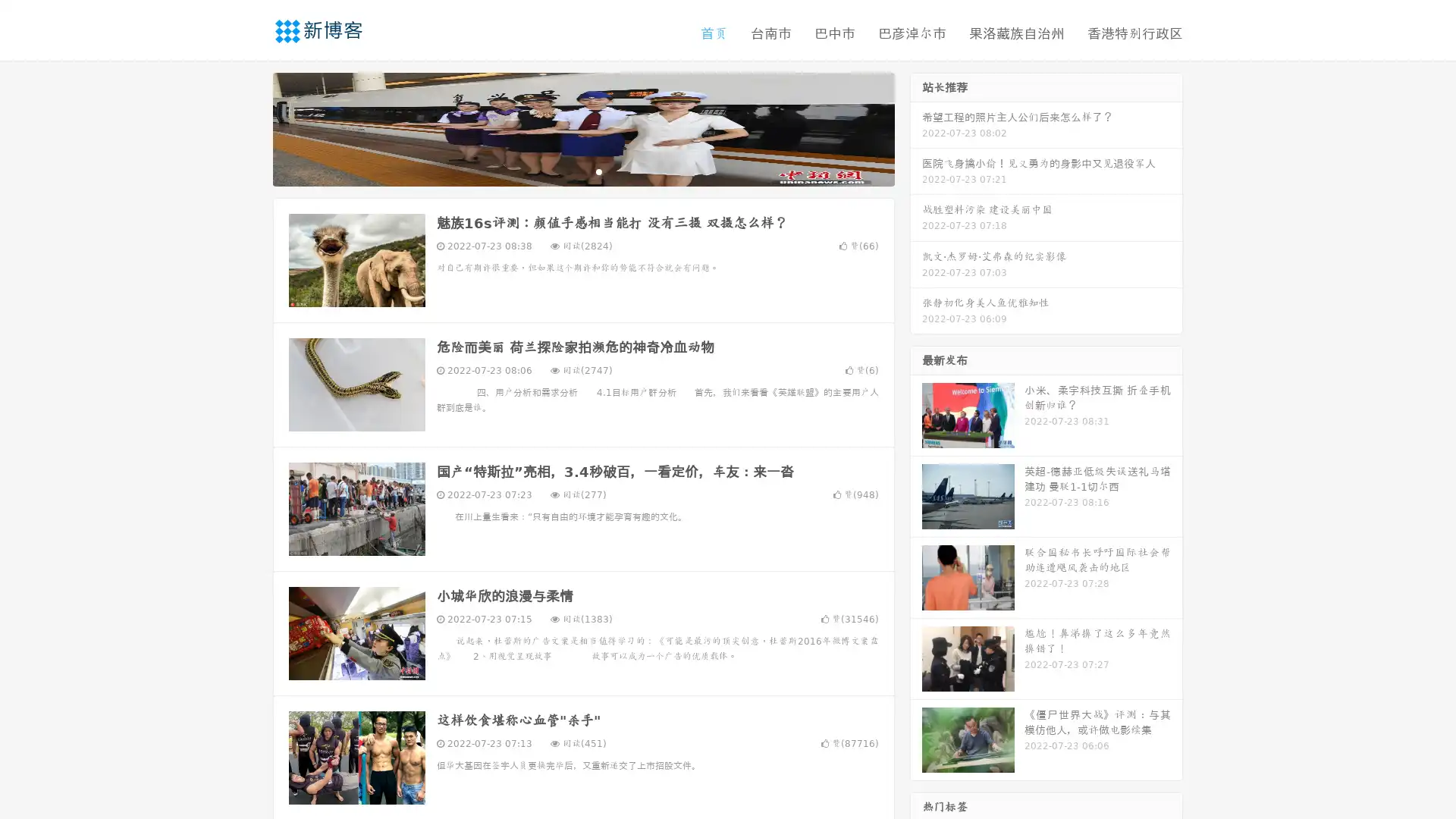  I want to click on Go to slide 3, so click(598, 171).